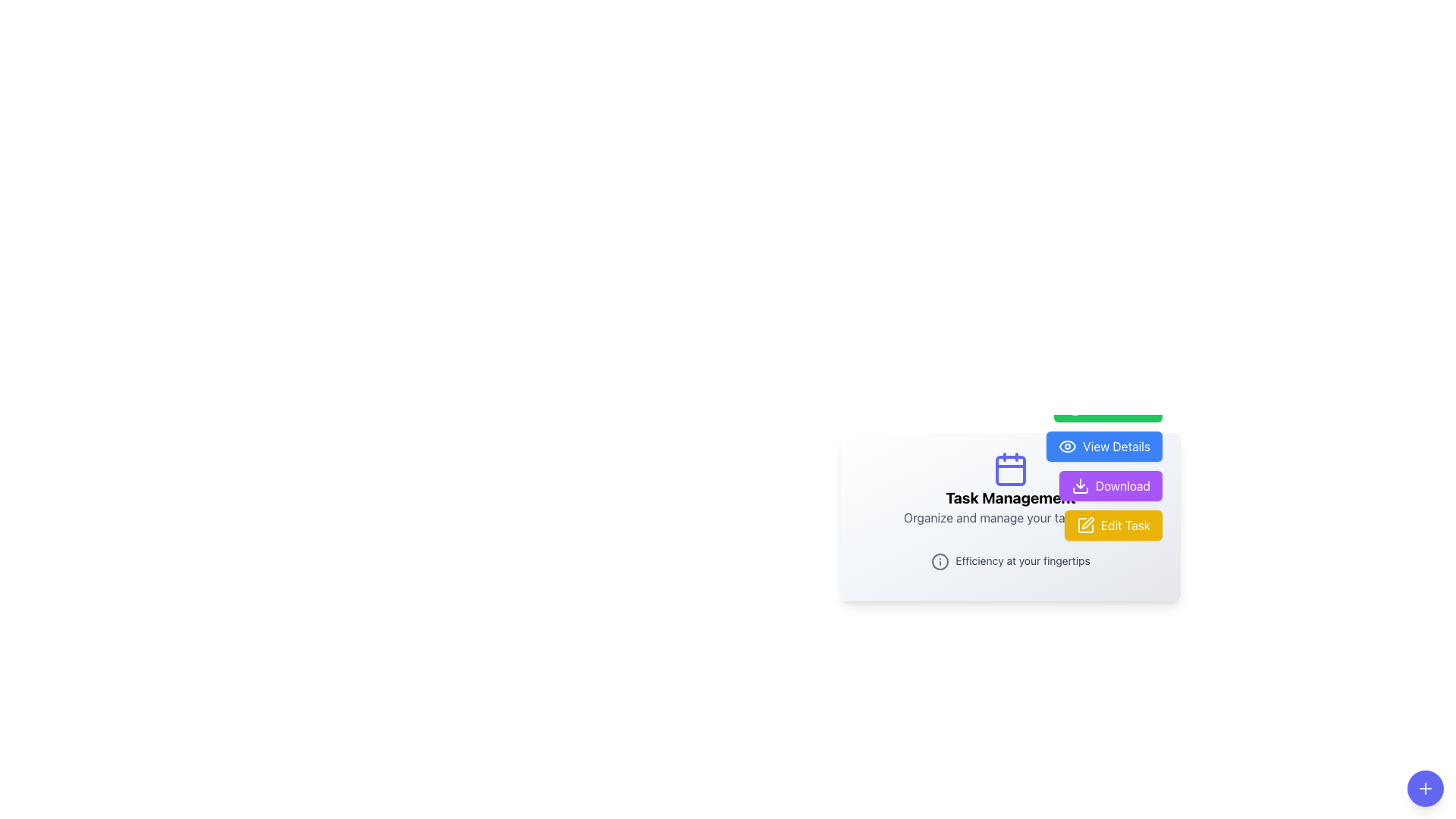 This screenshot has width=1456, height=819. I want to click on the decorative graphical component that forms an arc in the upper-left section of the circular design above the task management card, so click(1075, 406).